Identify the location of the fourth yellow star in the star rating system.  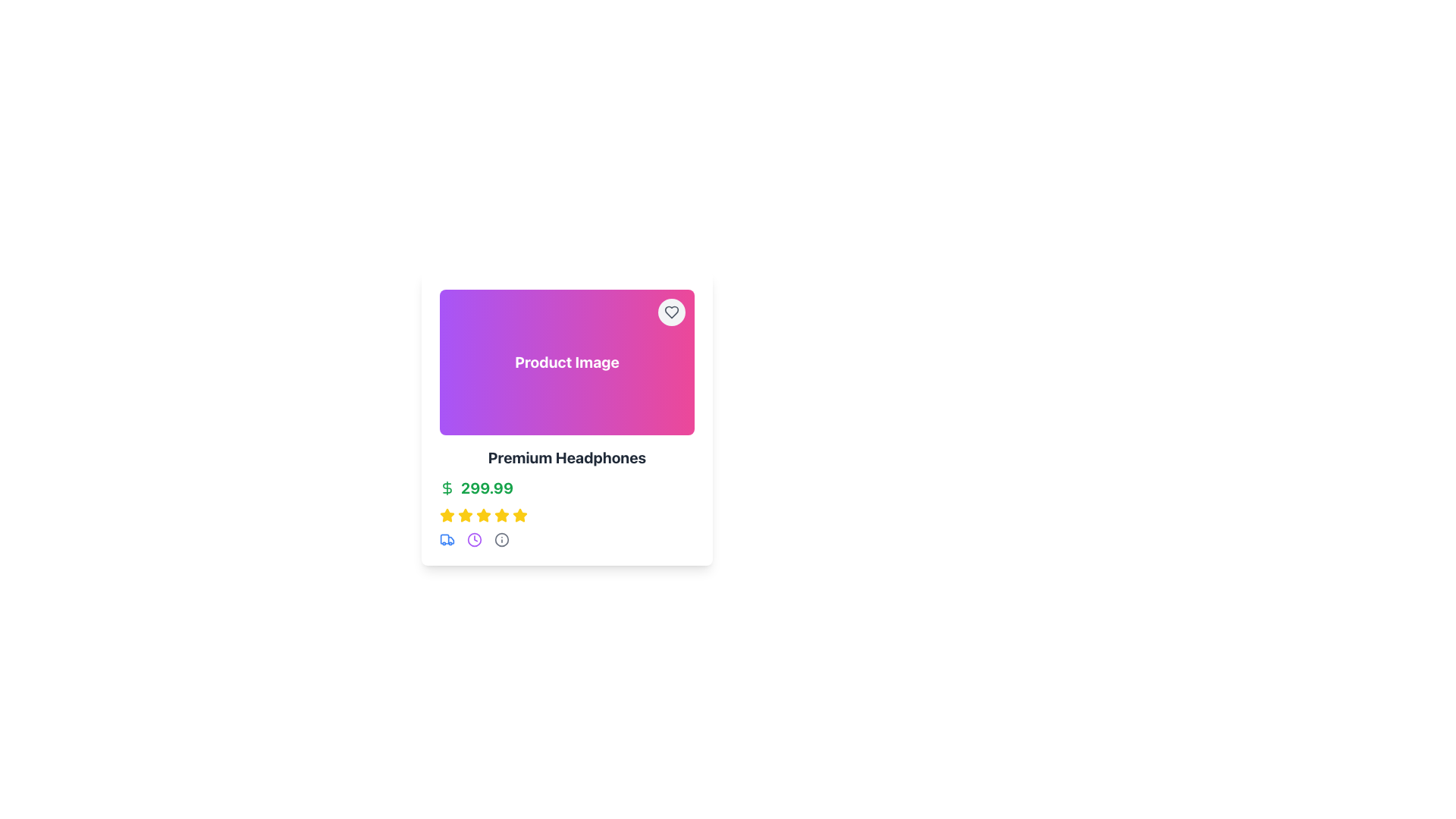
(447, 514).